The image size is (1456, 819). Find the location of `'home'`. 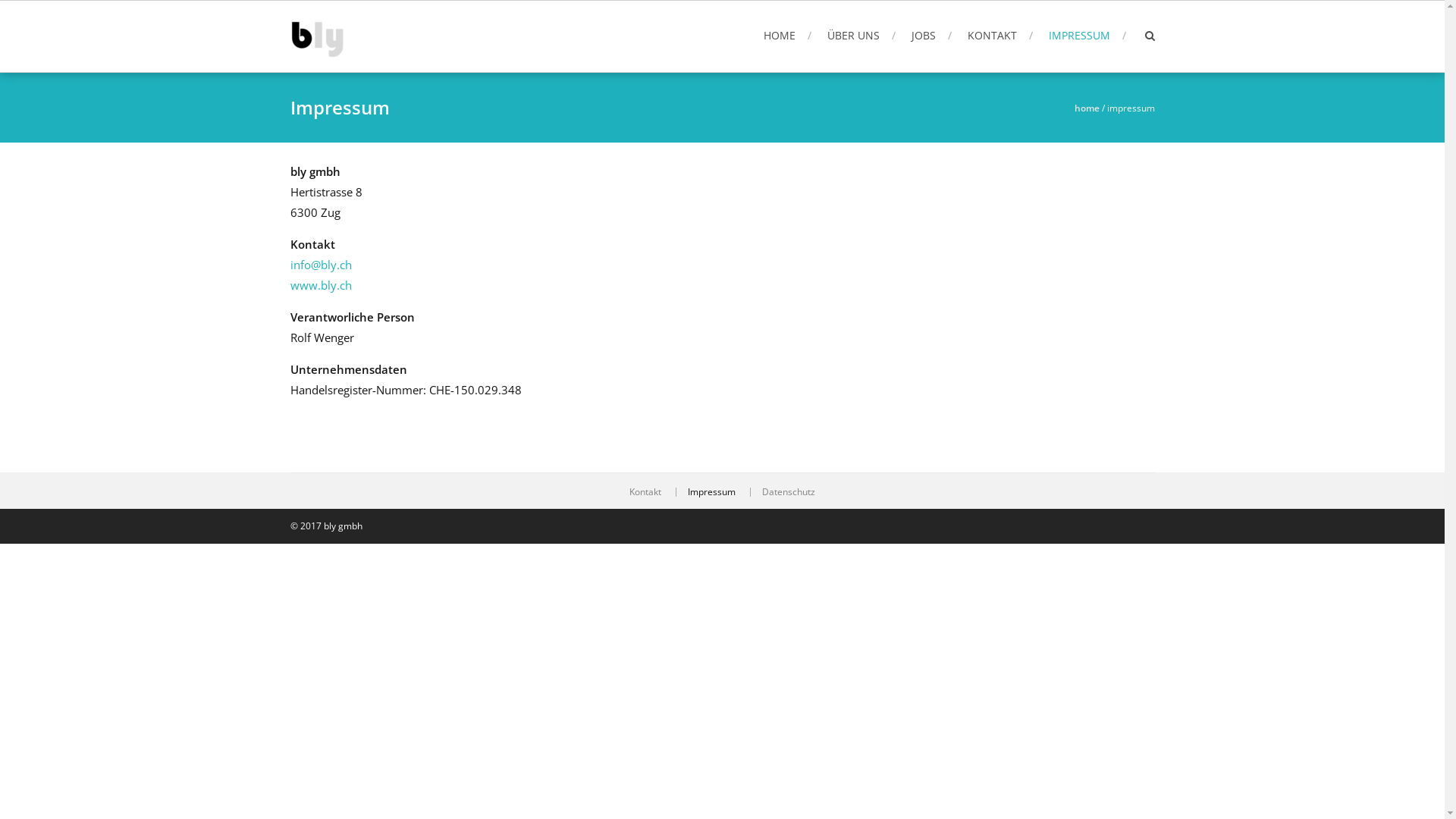

'home' is located at coordinates (1085, 107).